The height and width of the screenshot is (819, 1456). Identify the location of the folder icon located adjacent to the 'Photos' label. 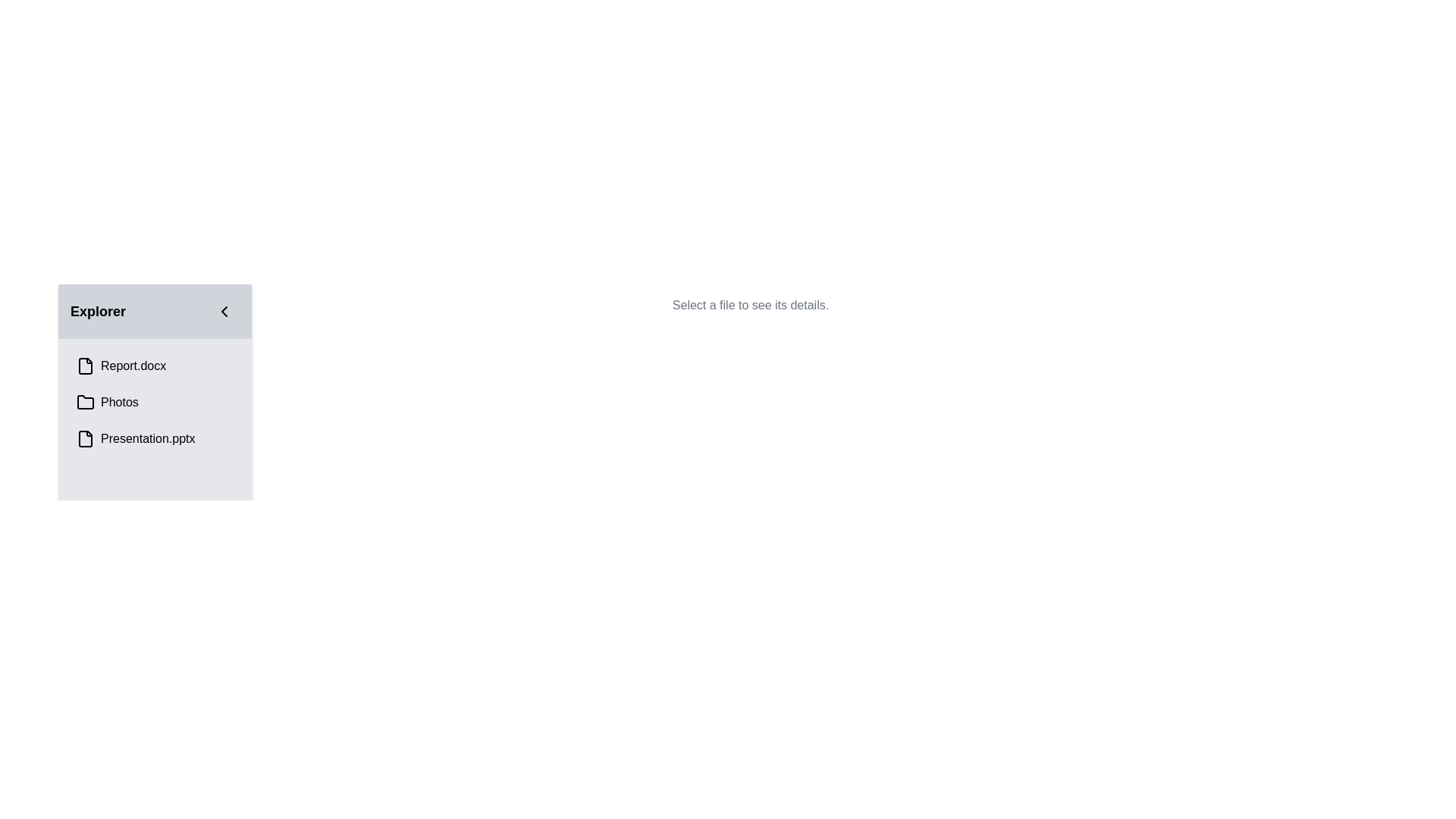
(85, 402).